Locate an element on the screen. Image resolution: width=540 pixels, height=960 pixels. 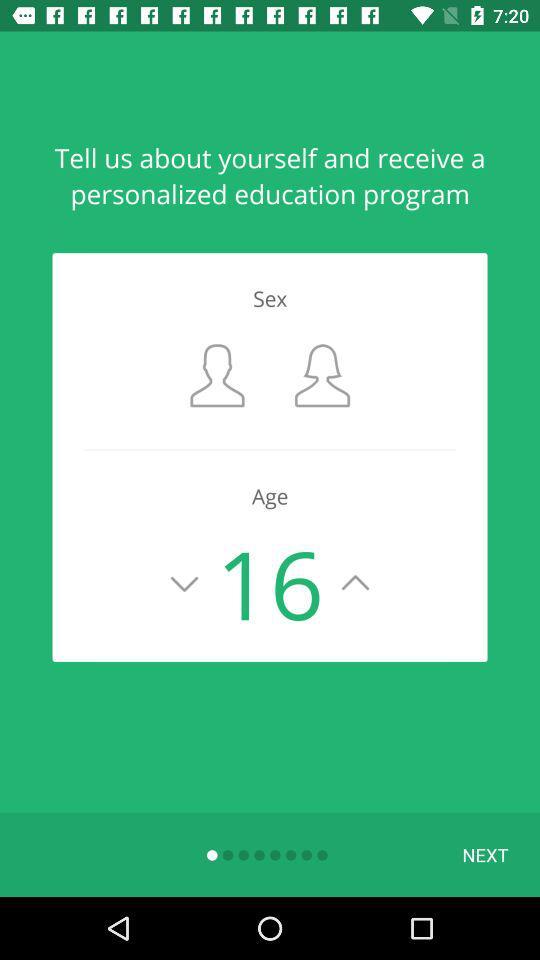
lower age is located at coordinates (184, 583).